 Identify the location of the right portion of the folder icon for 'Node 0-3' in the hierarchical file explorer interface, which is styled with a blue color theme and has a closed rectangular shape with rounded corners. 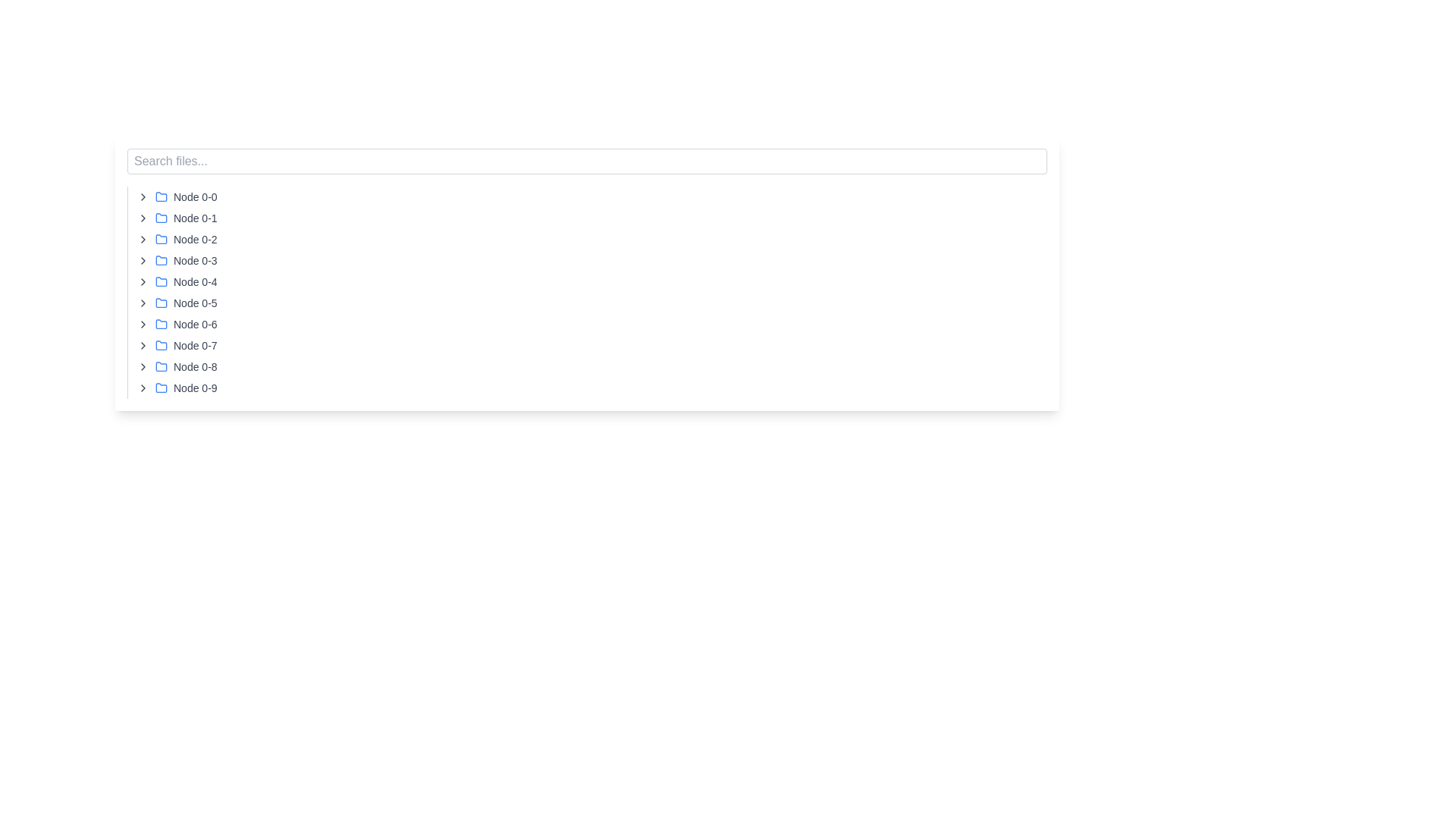
(161, 259).